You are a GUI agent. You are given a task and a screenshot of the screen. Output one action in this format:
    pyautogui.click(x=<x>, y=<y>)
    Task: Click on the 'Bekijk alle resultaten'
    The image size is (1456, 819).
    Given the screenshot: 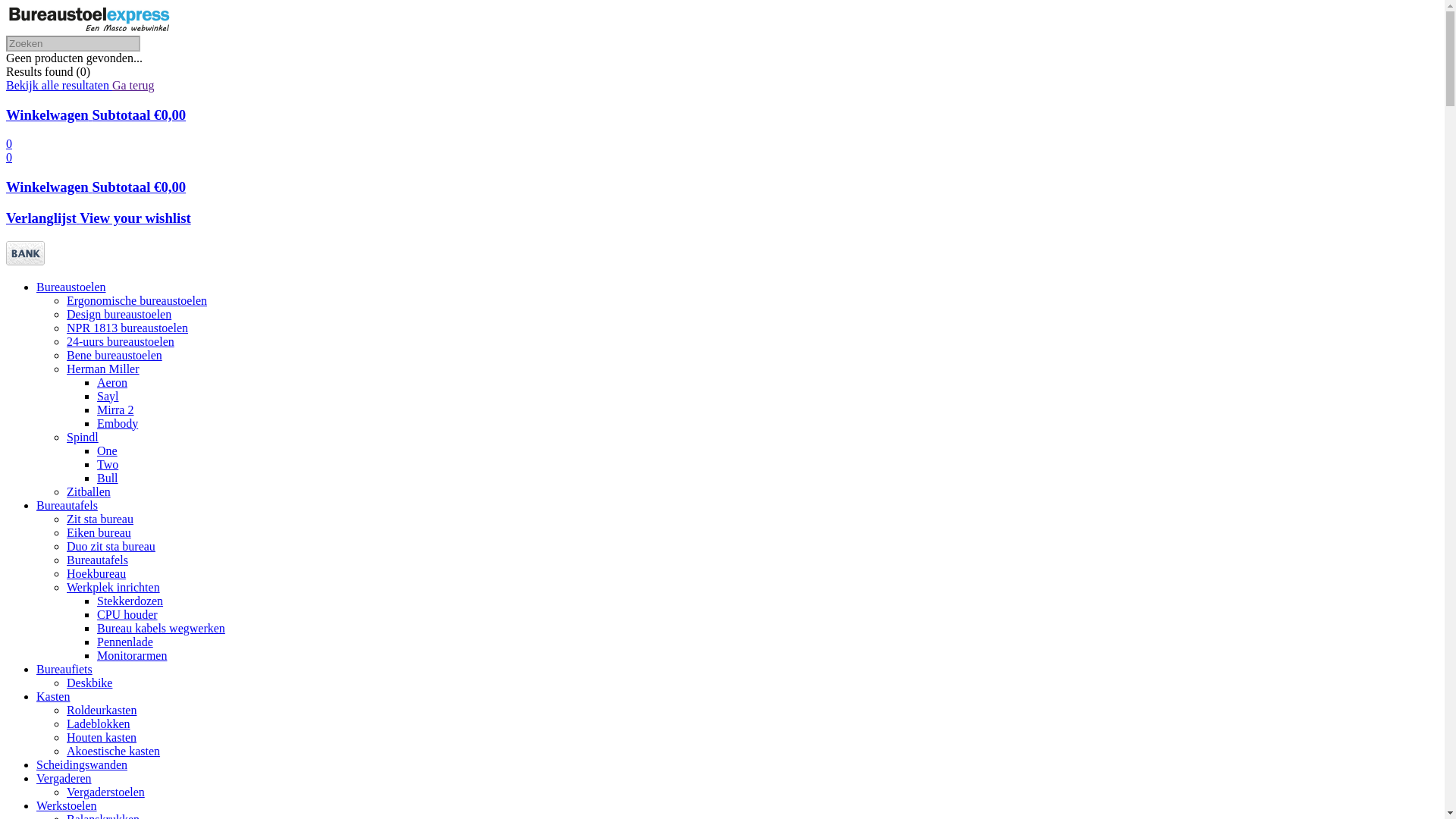 What is the action you would take?
    pyautogui.click(x=58, y=85)
    